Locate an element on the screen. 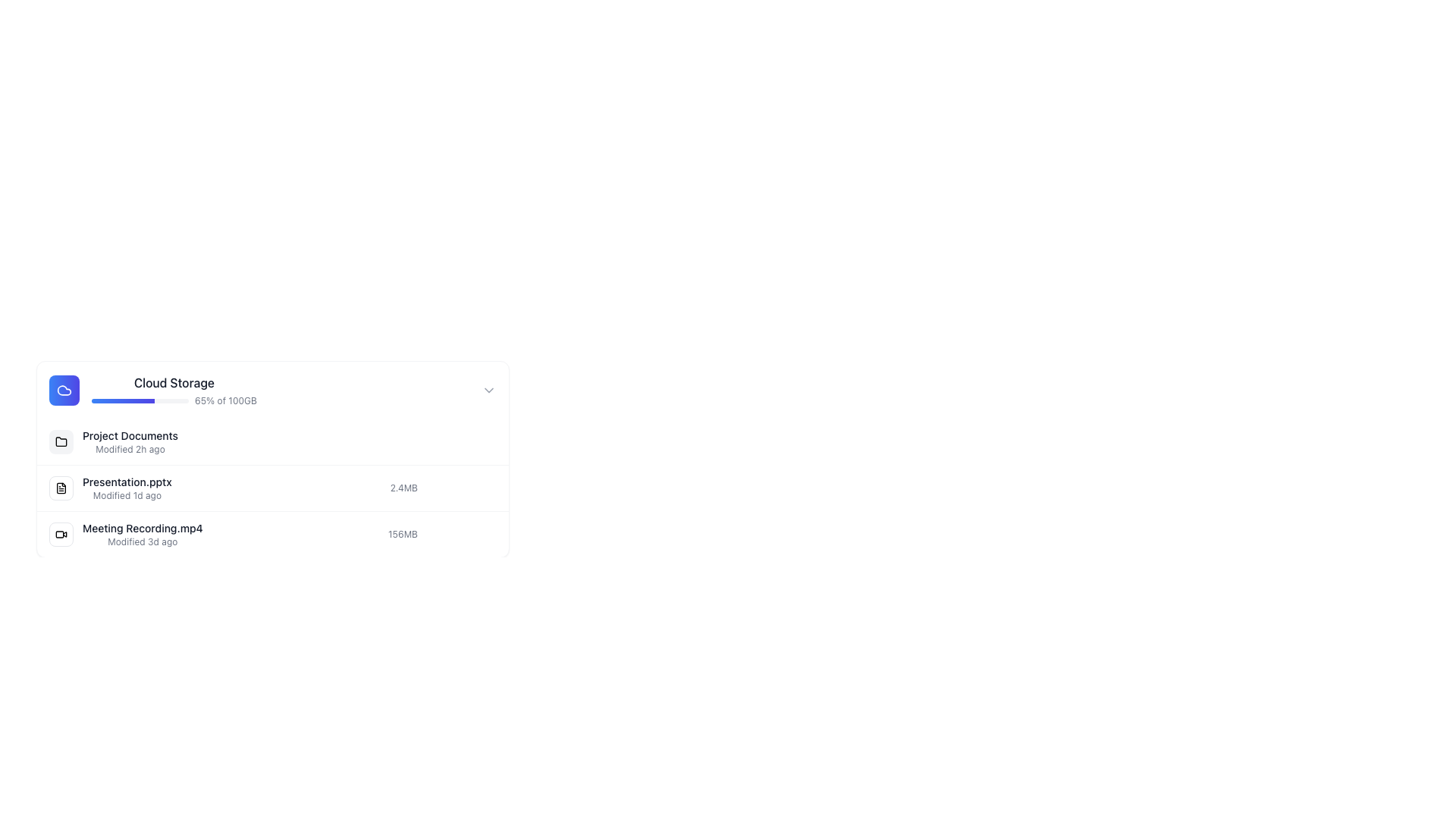 The image size is (1456, 819). the sharing button located is located at coordinates (462, 441).